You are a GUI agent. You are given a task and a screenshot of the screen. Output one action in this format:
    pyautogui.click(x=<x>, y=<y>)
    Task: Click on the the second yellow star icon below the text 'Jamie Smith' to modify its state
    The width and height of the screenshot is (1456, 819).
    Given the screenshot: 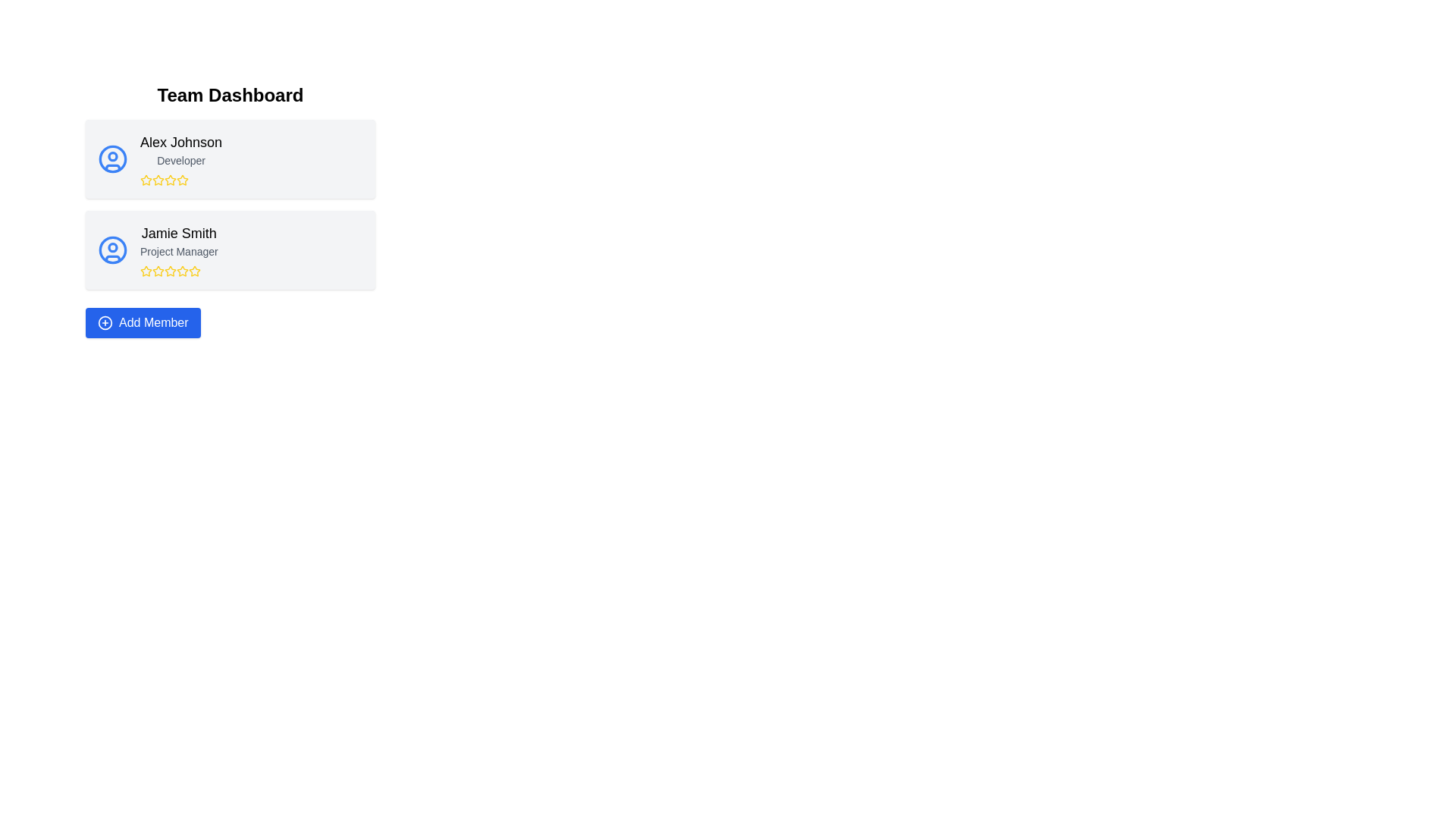 What is the action you would take?
    pyautogui.click(x=158, y=270)
    